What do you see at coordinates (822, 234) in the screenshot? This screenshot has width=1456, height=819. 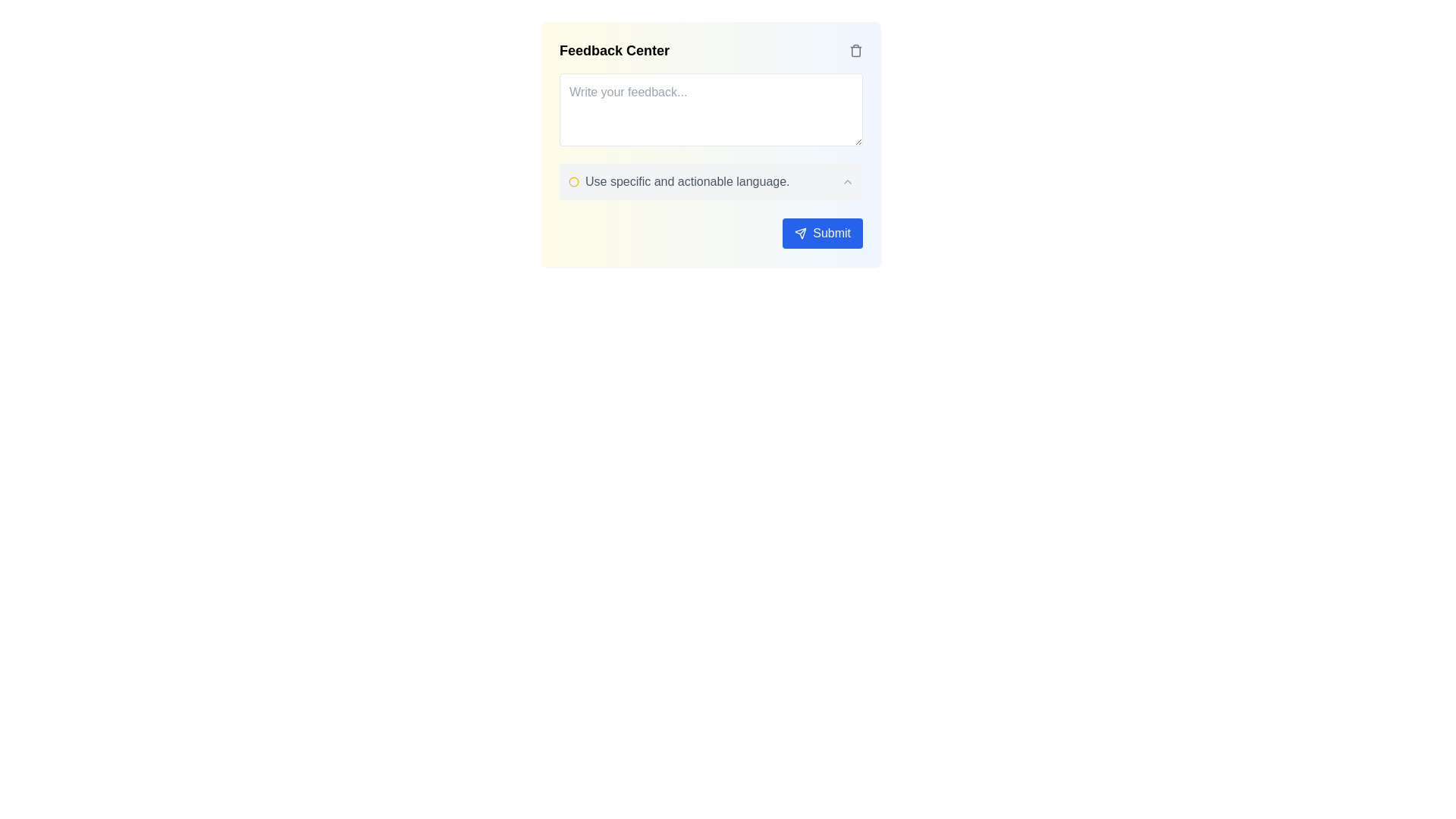 I see `the blue 'Submit' button with rounded corners and a paper plane icon` at bounding box center [822, 234].